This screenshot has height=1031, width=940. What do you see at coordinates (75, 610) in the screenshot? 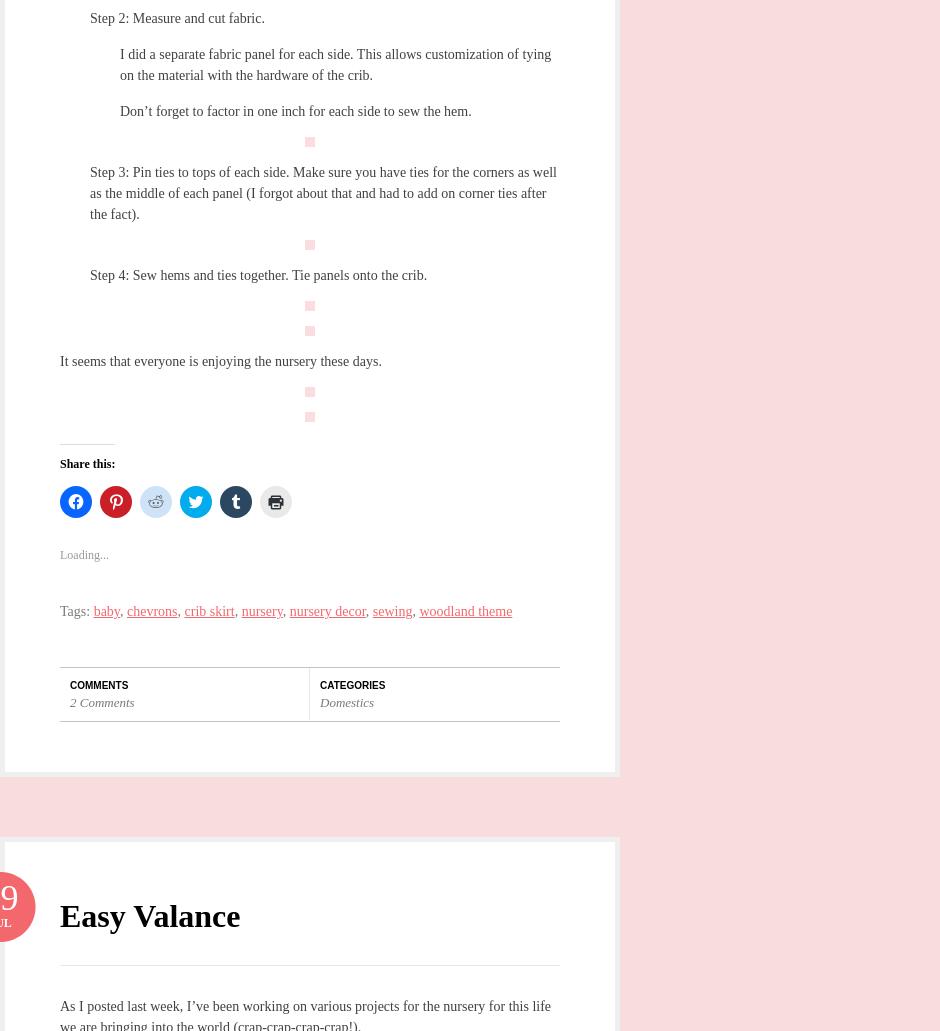
I see `'Tags:'` at bounding box center [75, 610].